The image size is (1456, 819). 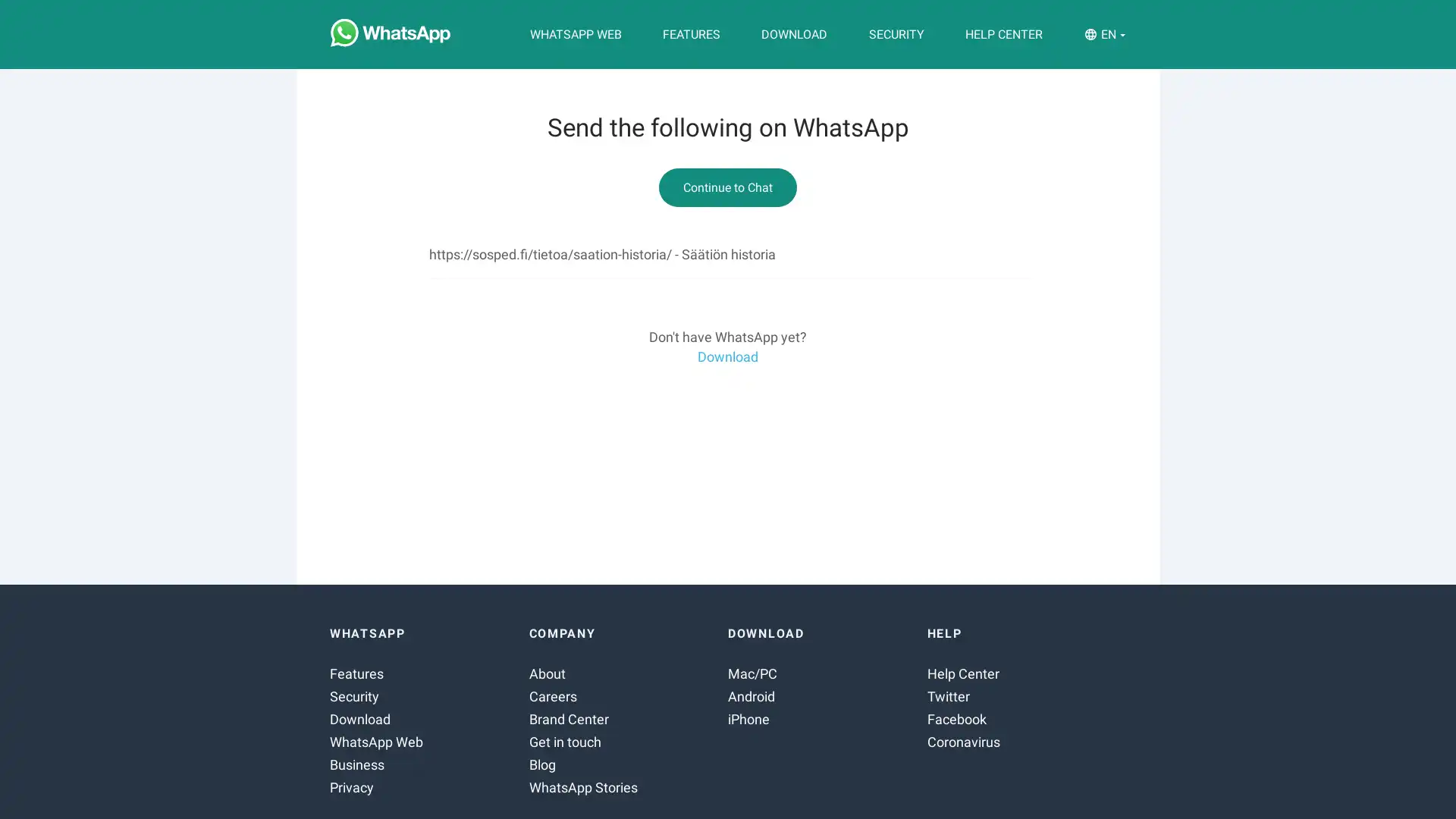 What do you see at coordinates (1105, 34) in the screenshot?
I see `EN` at bounding box center [1105, 34].